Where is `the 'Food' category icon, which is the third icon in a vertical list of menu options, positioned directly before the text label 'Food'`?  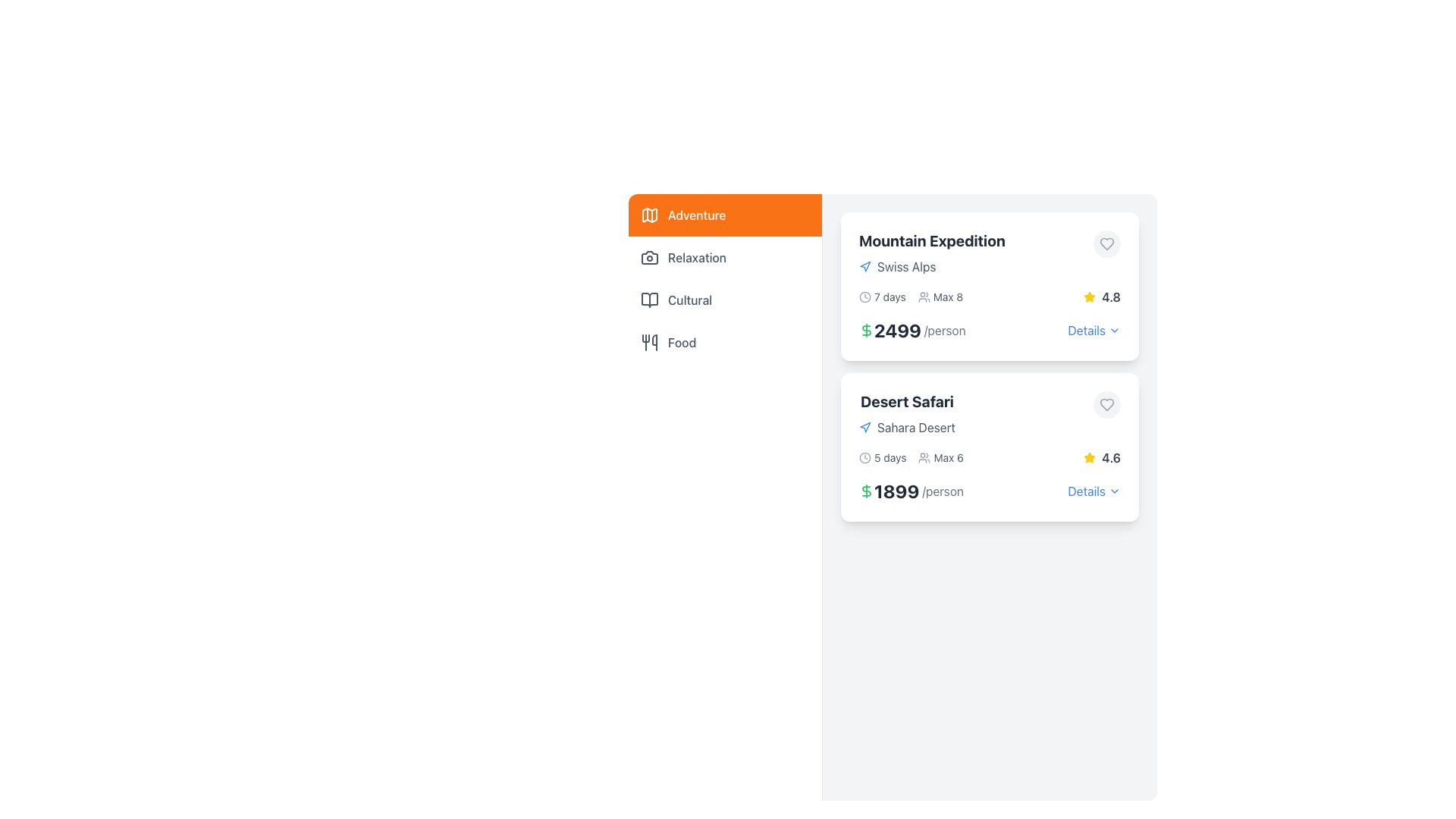 the 'Food' category icon, which is the third icon in a vertical list of menu options, positioned directly before the text label 'Food' is located at coordinates (650, 342).